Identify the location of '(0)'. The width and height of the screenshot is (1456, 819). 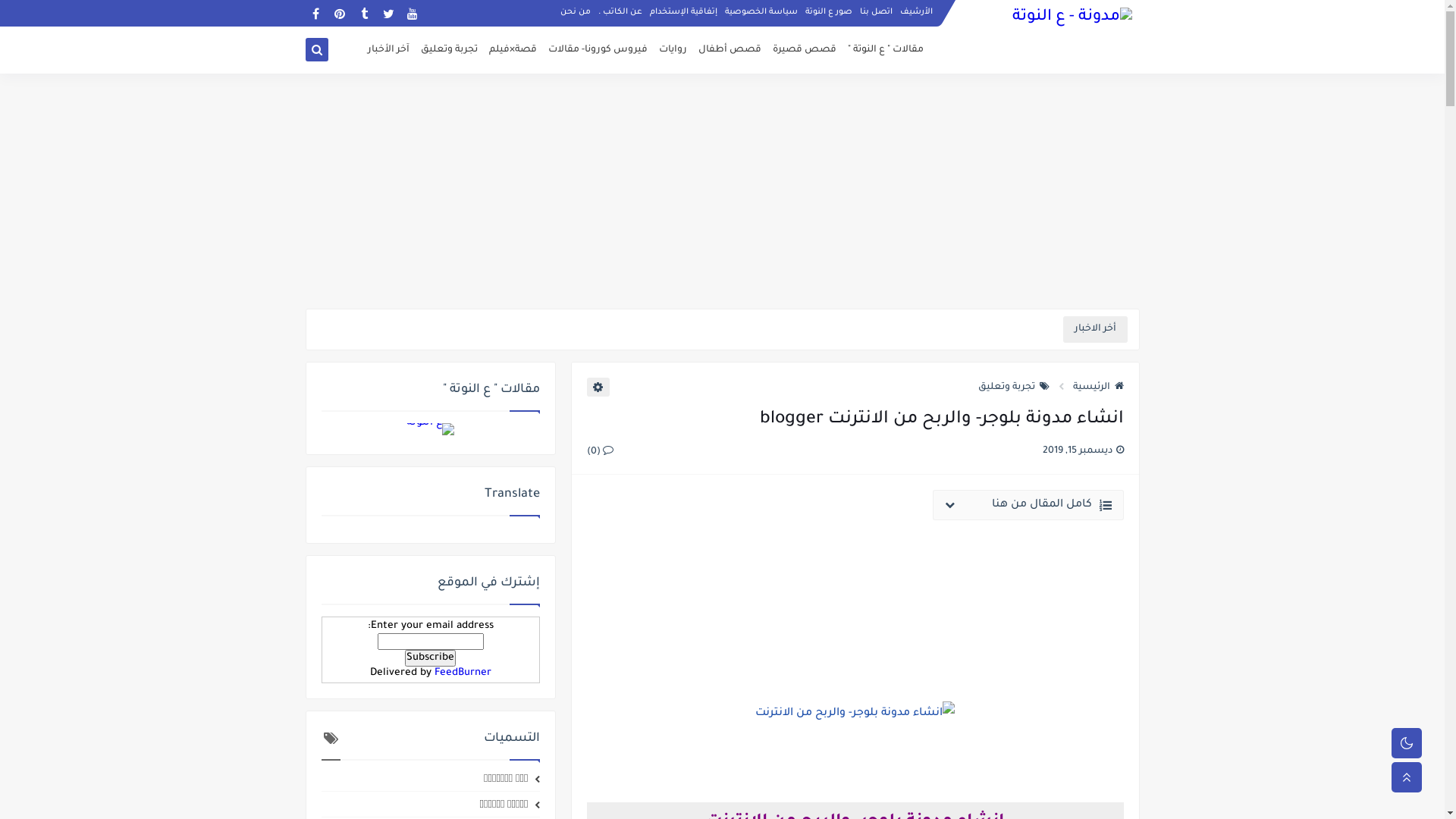
(599, 450).